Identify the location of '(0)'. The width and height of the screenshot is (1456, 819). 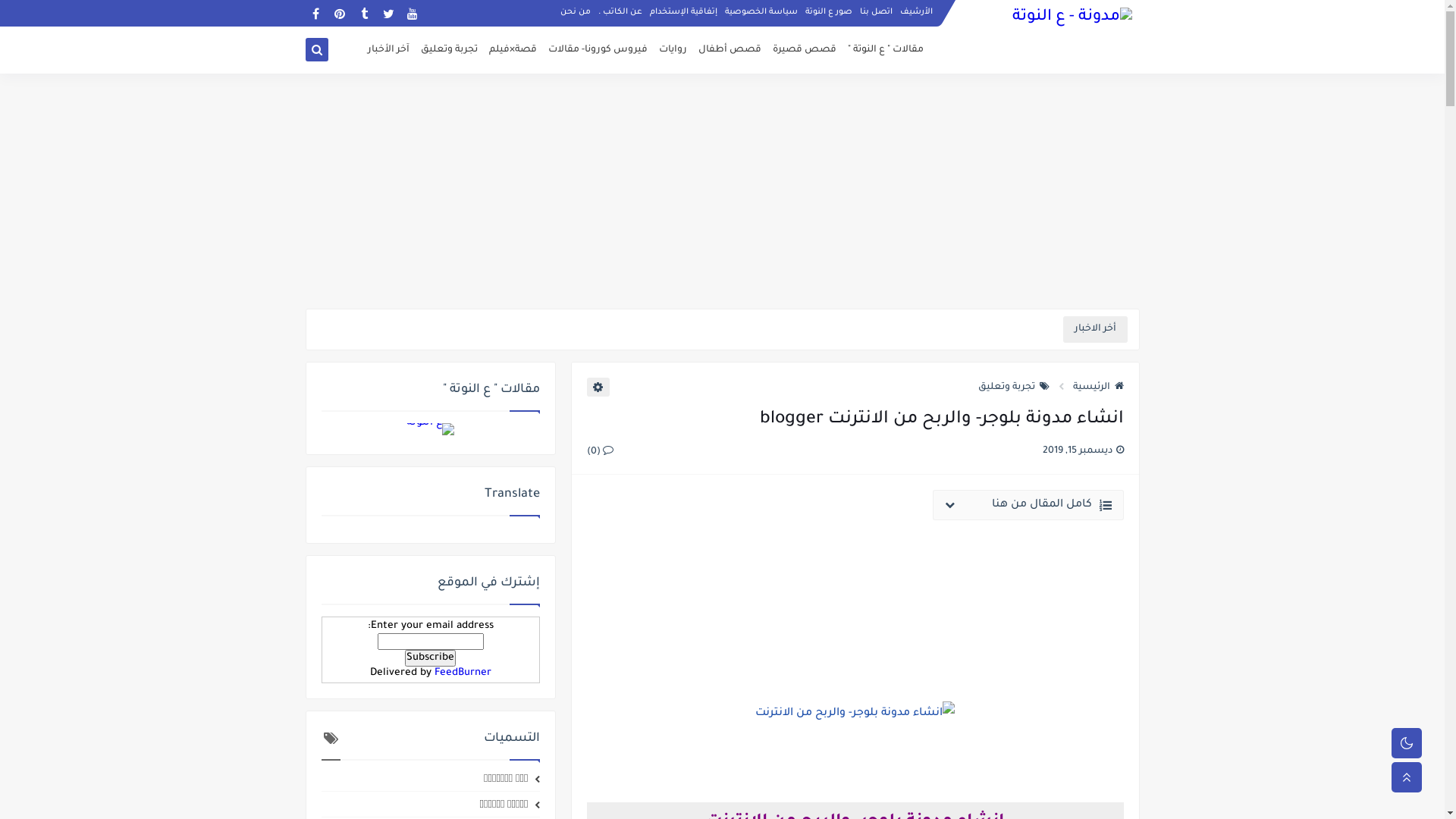
(599, 450).